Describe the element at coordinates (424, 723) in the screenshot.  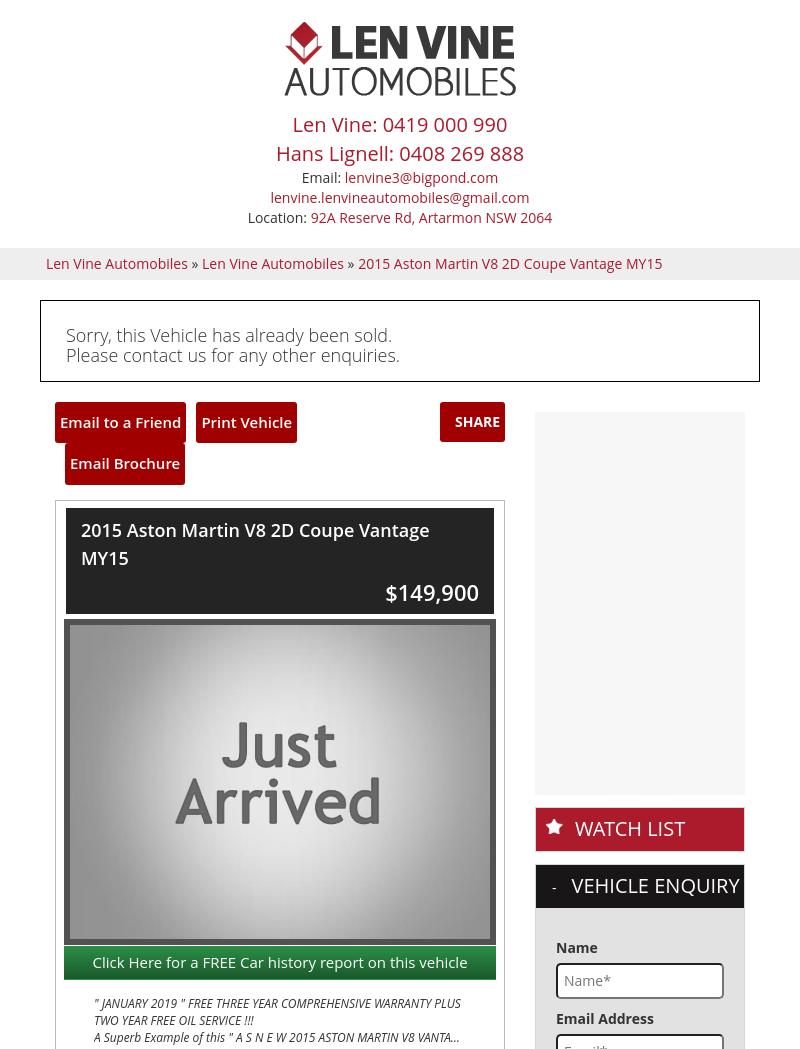
I see `'Enquiry Form'` at that location.